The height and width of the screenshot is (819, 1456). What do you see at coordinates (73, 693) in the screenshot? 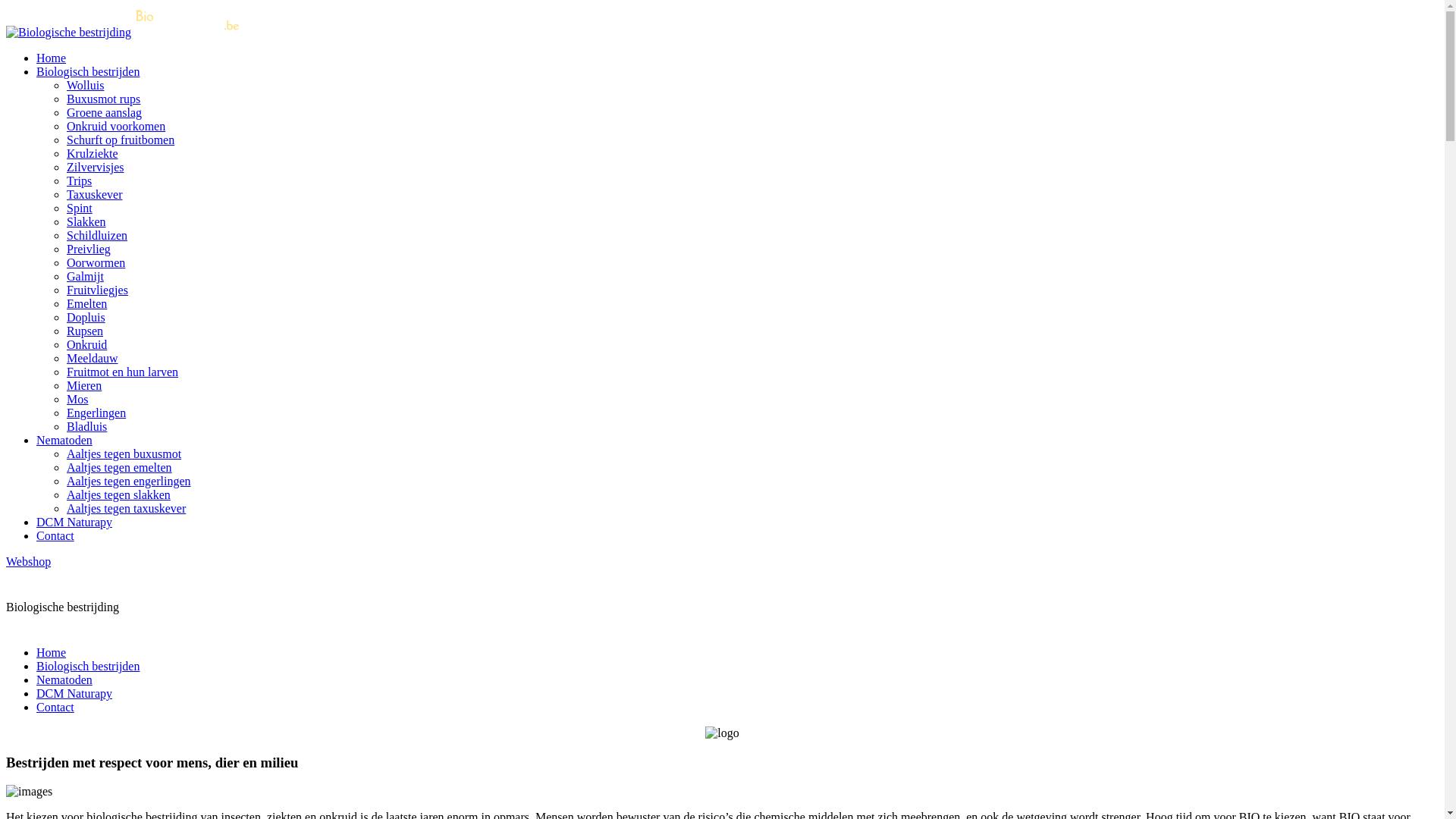
I see `'DCM Naturapy'` at bounding box center [73, 693].